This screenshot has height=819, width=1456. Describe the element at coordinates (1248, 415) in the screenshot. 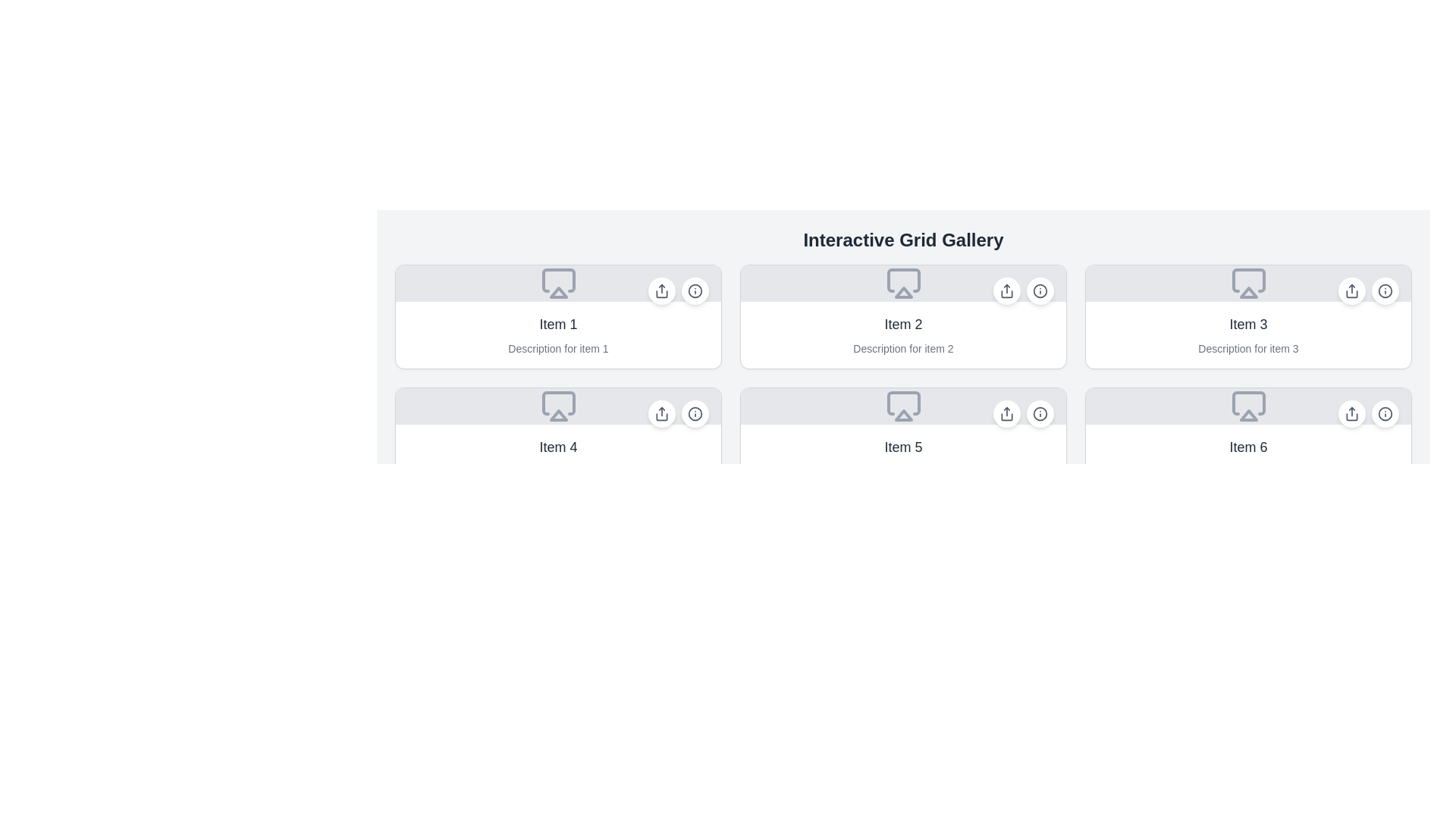

I see `the triangular-shaped icon located at the top-center of the 'Item 6' cell in the bottom row of the grid layout` at that location.